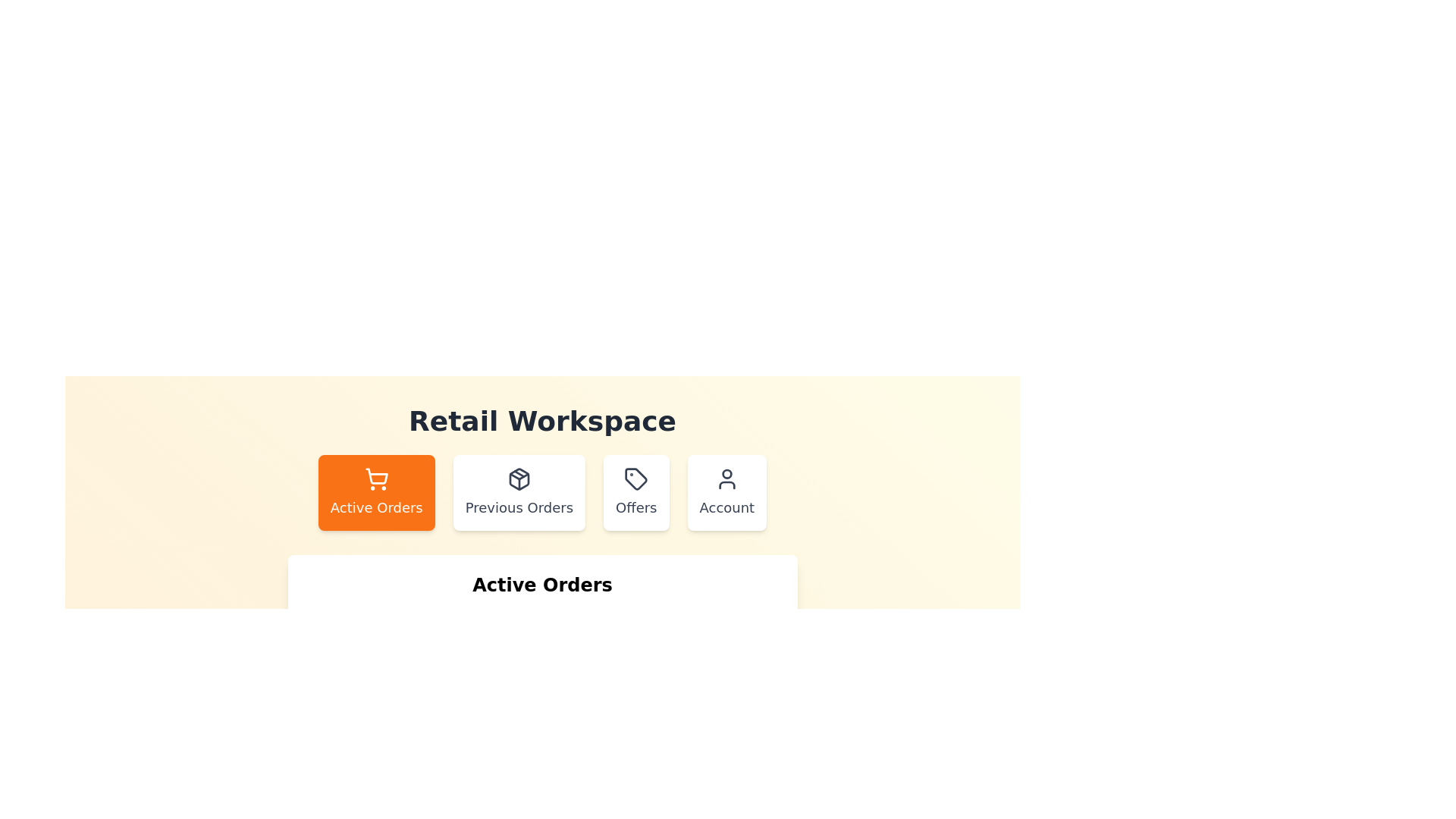 The image size is (1456, 819). I want to click on the Active Orders tab to observe its visual change, so click(376, 493).